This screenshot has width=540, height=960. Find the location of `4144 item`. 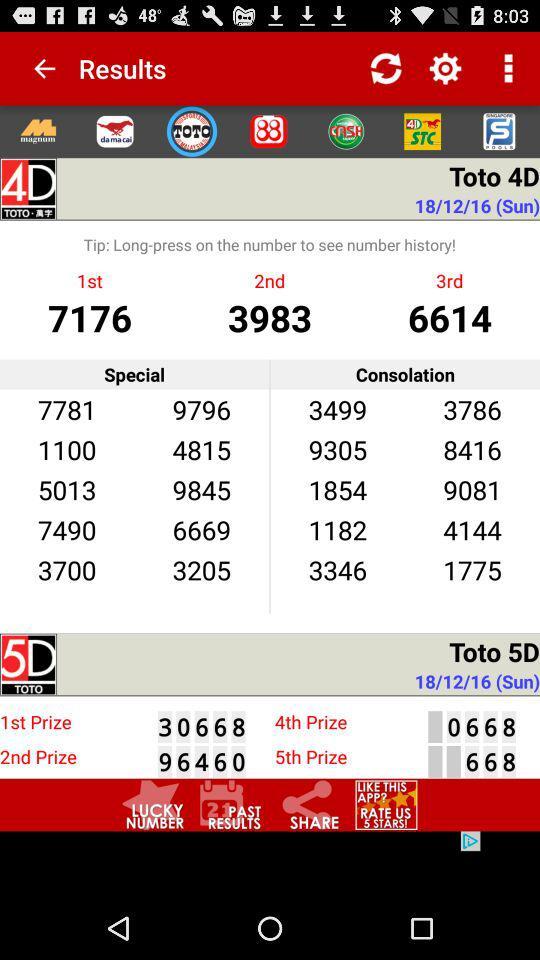

4144 item is located at coordinates (472, 528).